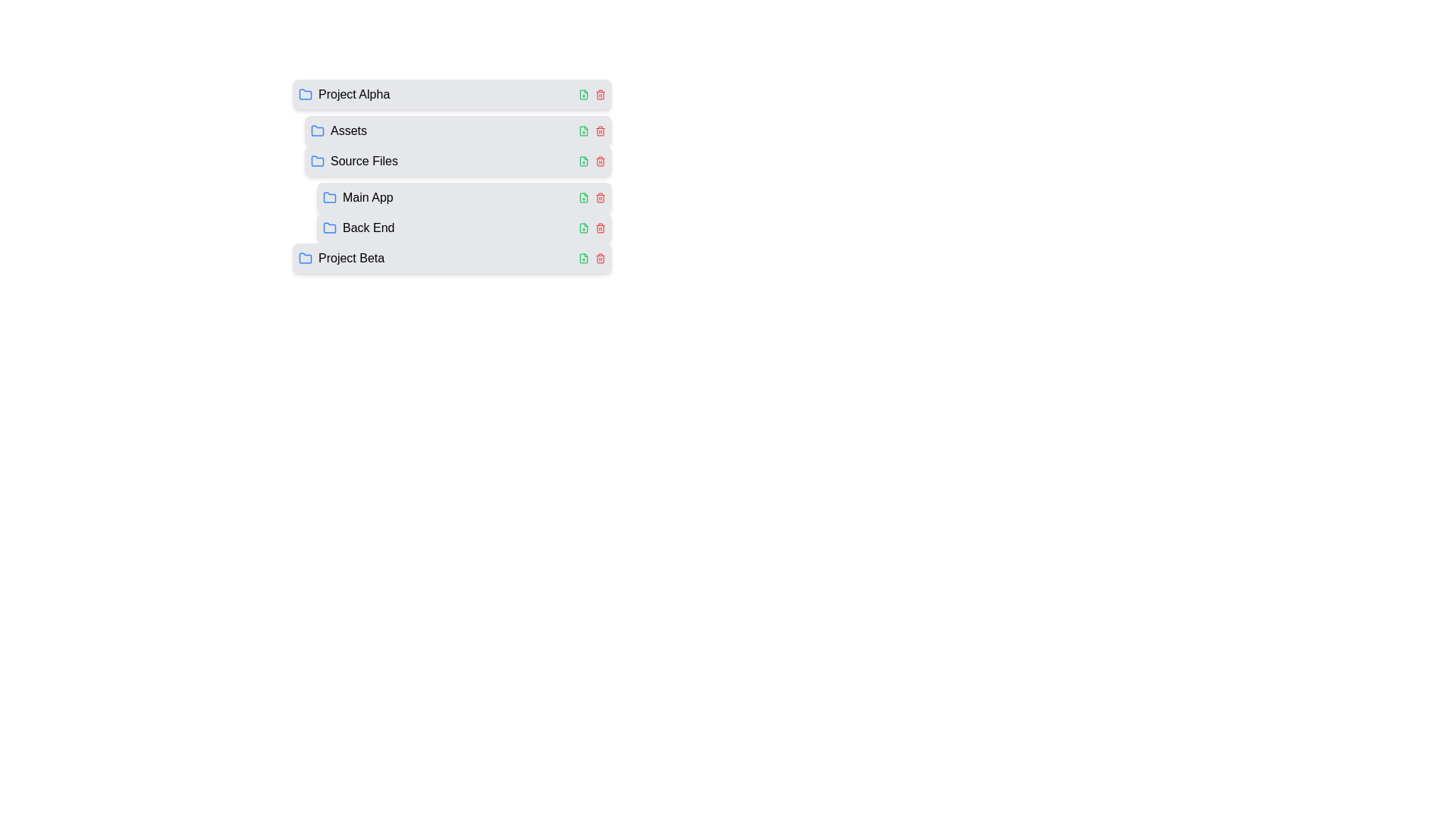 The height and width of the screenshot is (819, 1456). What do you see at coordinates (582, 227) in the screenshot?
I see `the file icon associated with the 'Back End' folder to interact with it` at bounding box center [582, 227].